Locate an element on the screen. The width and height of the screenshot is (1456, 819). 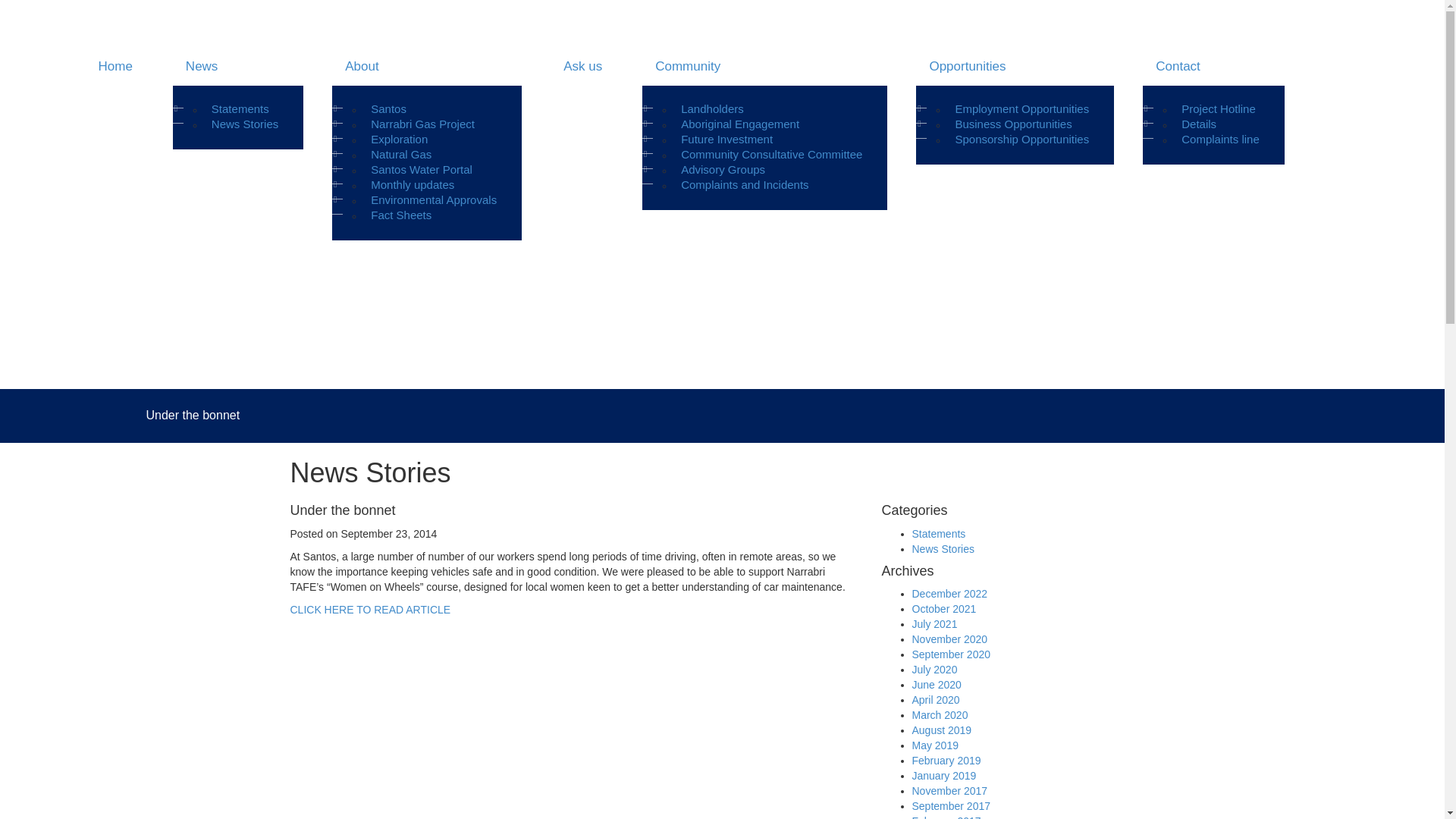
'Narrabri Gas Project' is located at coordinates (422, 124).